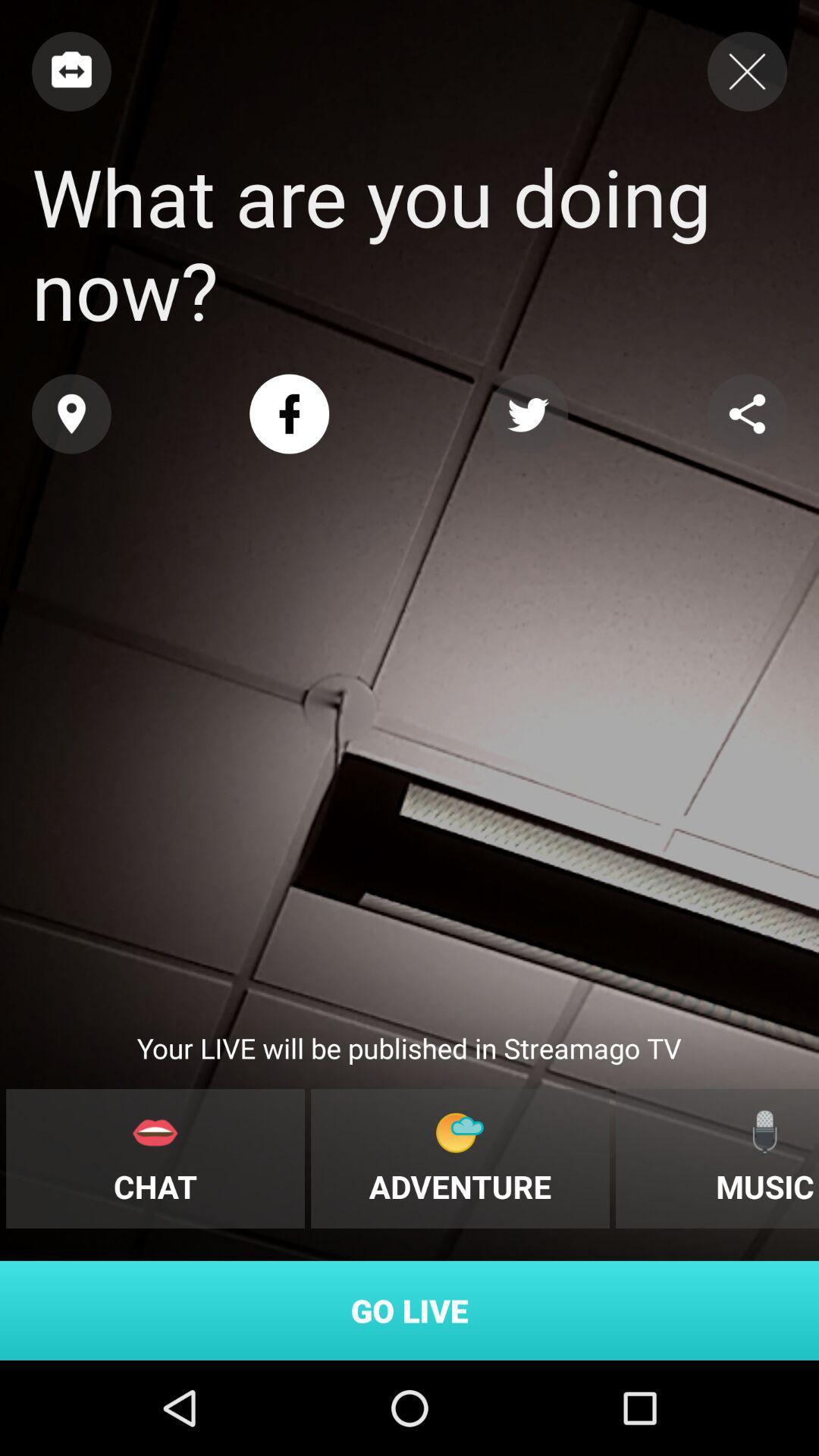 Image resolution: width=819 pixels, height=1456 pixels. Describe the element at coordinates (527, 414) in the screenshot. I see `twitter page` at that location.